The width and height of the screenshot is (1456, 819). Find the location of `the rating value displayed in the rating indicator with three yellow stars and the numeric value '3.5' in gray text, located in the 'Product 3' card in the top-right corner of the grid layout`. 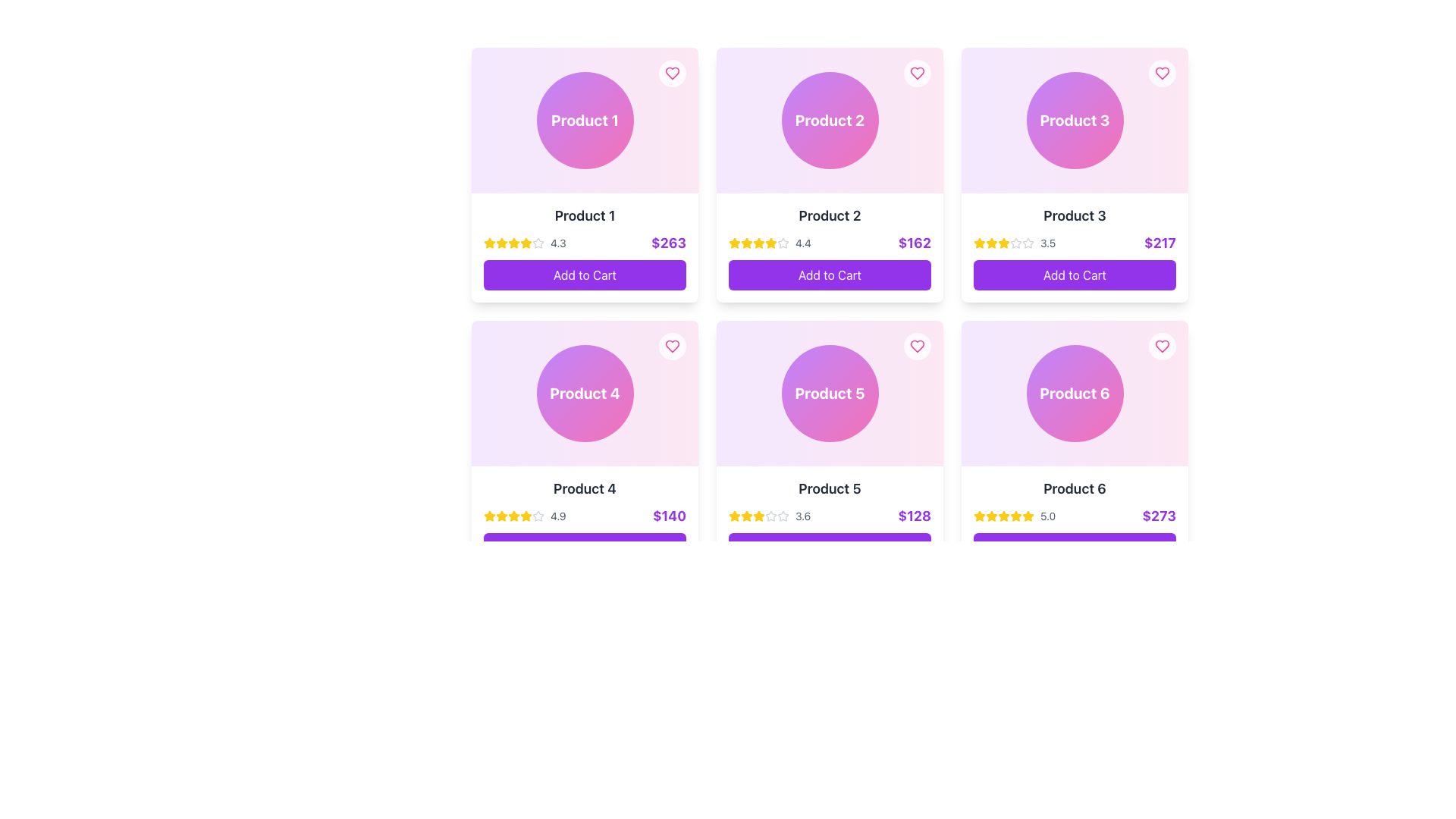

the rating value displayed in the rating indicator with three yellow stars and the numeric value '3.5' in gray text, located in the 'Product 3' card in the top-right corner of the grid layout is located at coordinates (1015, 242).